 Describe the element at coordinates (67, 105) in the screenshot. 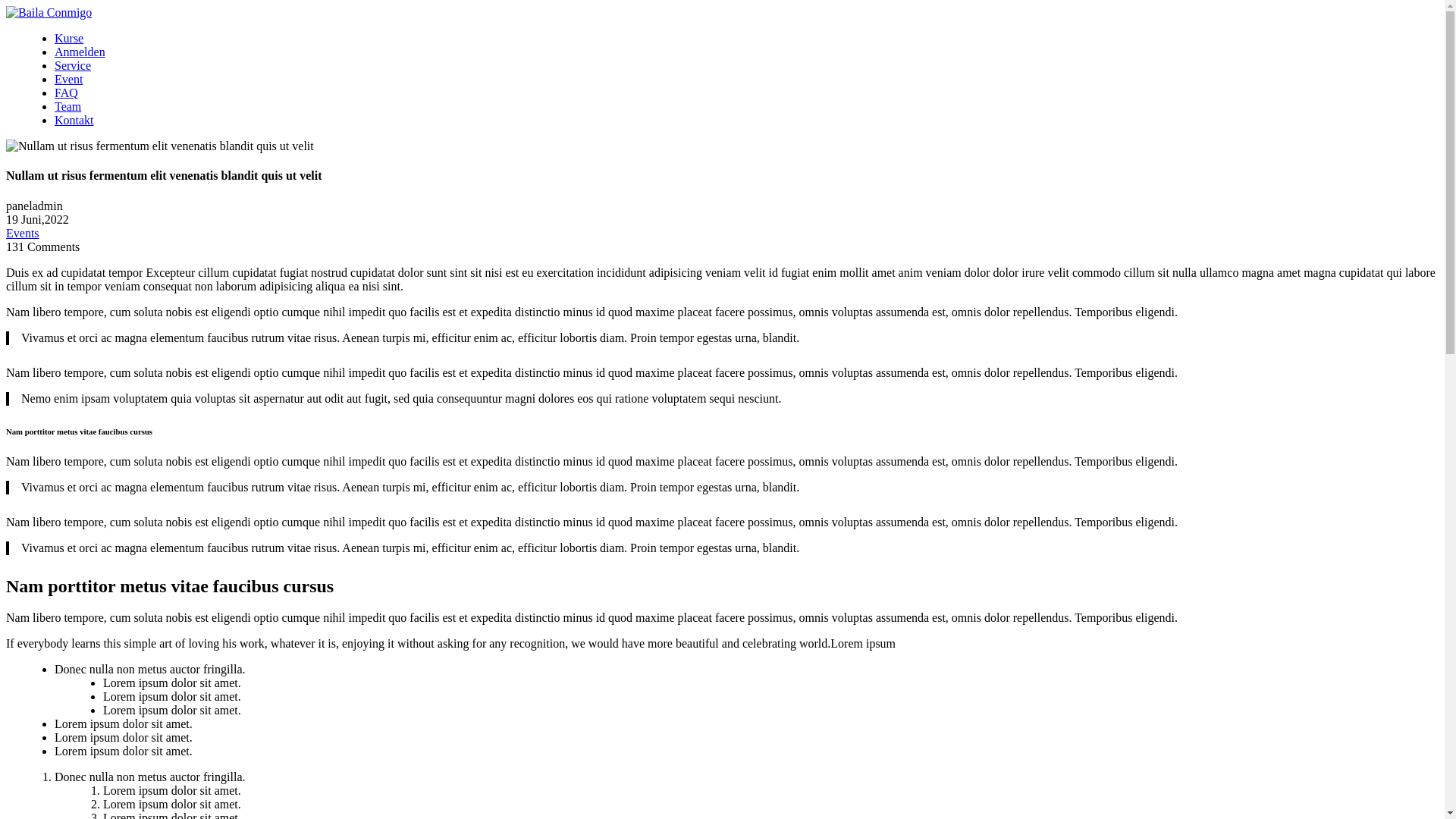

I see `'Team'` at that location.